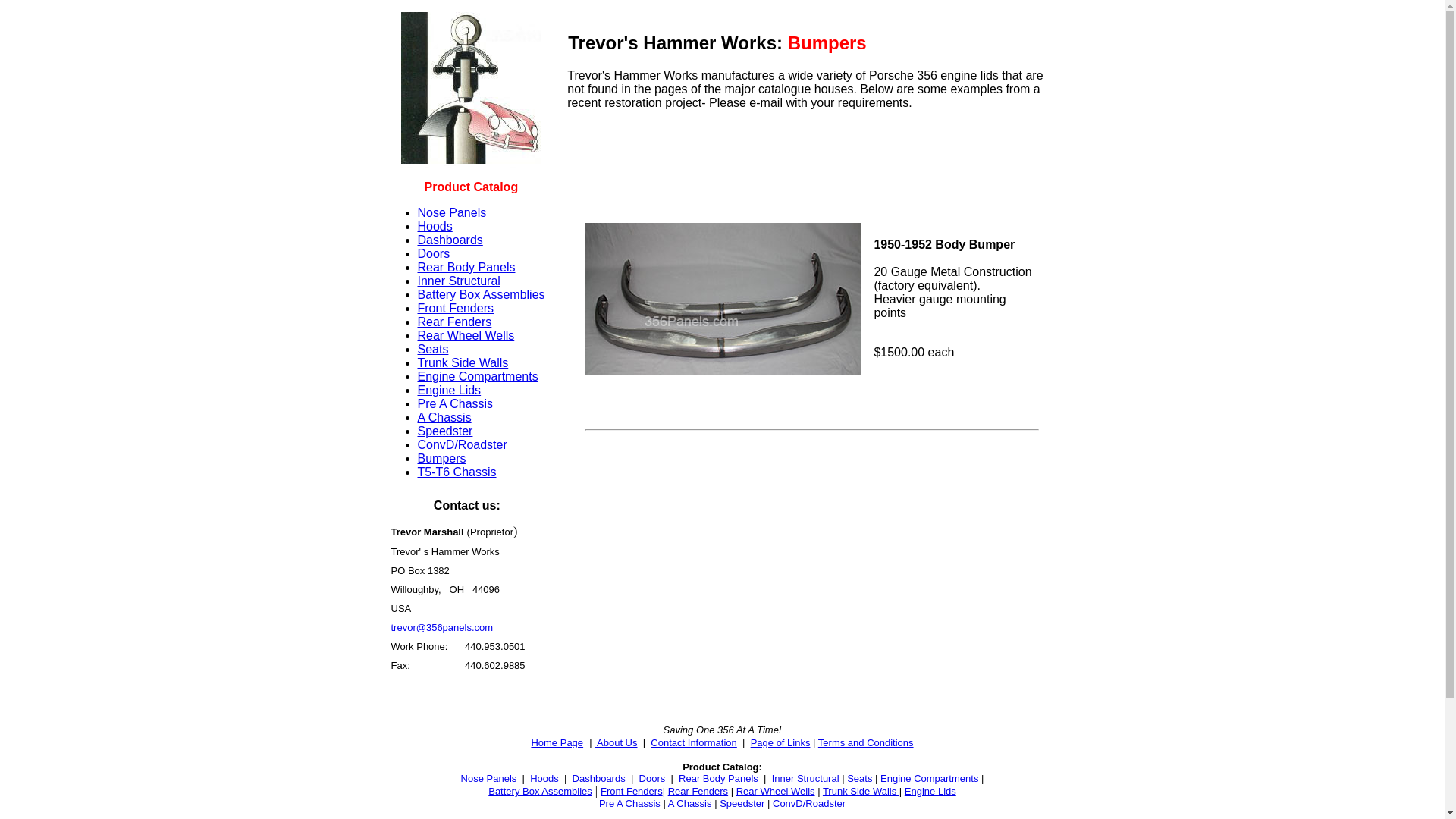 The height and width of the screenshot is (819, 1456). What do you see at coordinates (440, 457) in the screenshot?
I see `'Bumpers'` at bounding box center [440, 457].